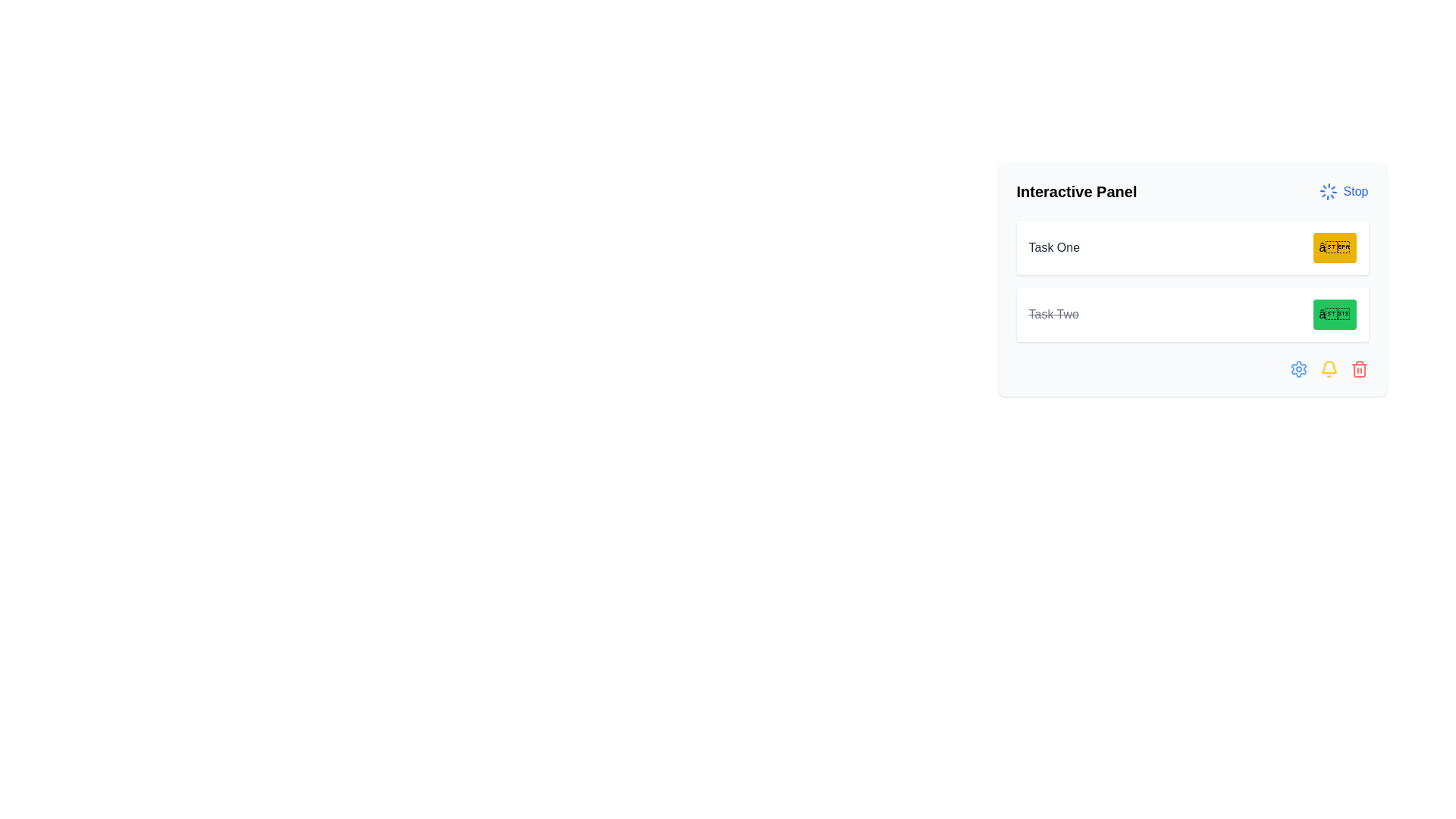 The width and height of the screenshot is (1456, 819). Describe the element at coordinates (1191, 247) in the screenshot. I see `the first task item in the Interactive Panel` at that location.